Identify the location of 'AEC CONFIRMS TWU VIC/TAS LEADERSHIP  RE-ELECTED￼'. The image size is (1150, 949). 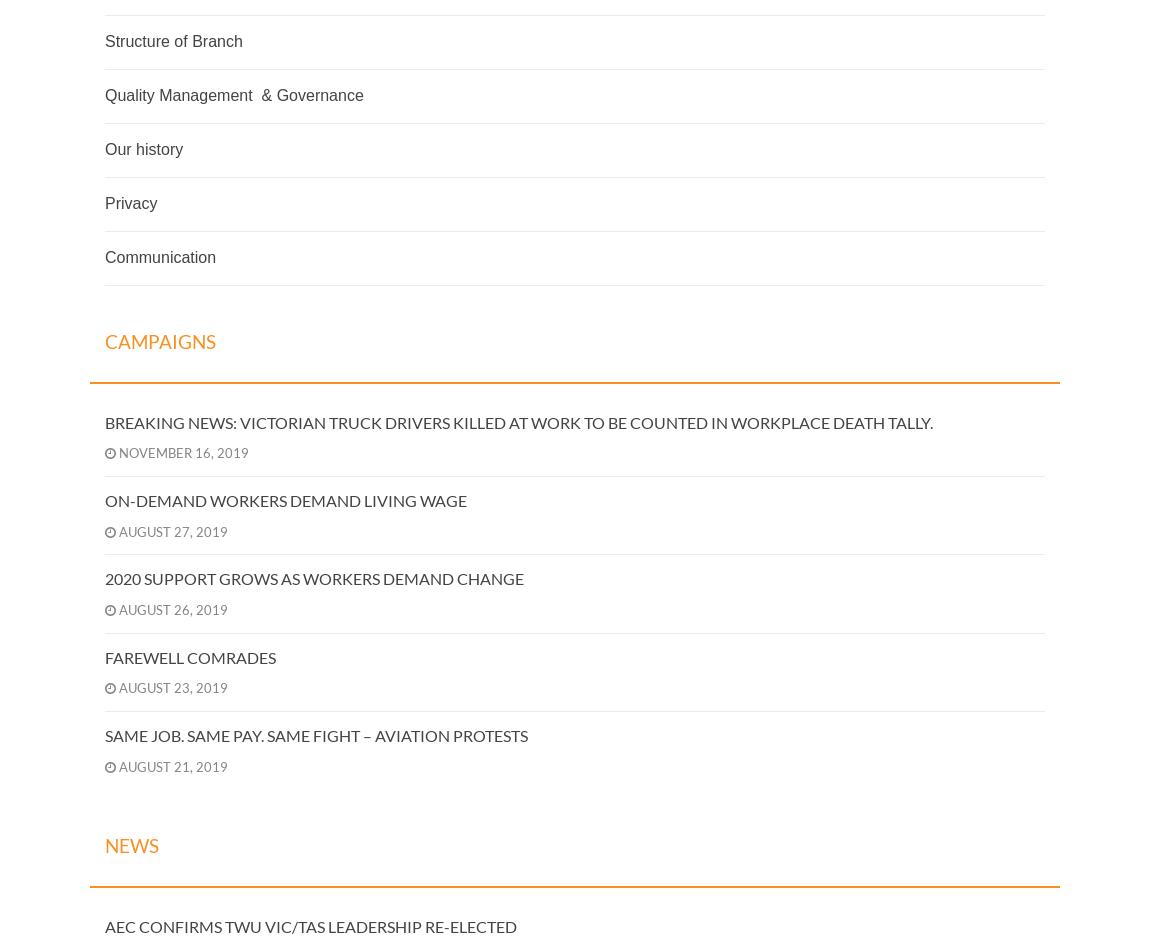
(310, 924).